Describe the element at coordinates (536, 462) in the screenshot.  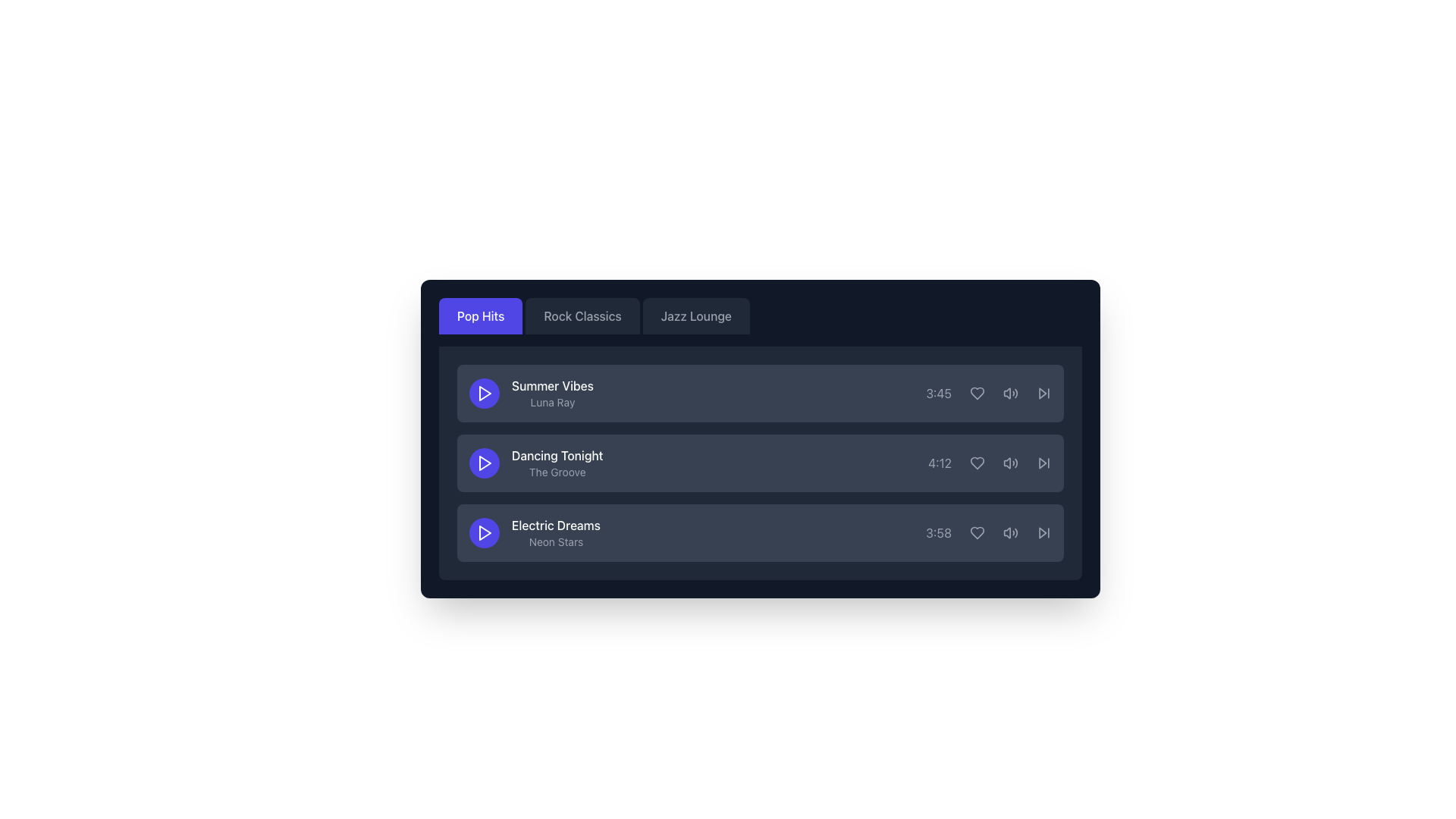
I see `the text display showing the song title 'Dancing Tonight' by 'The Groove'` at that location.